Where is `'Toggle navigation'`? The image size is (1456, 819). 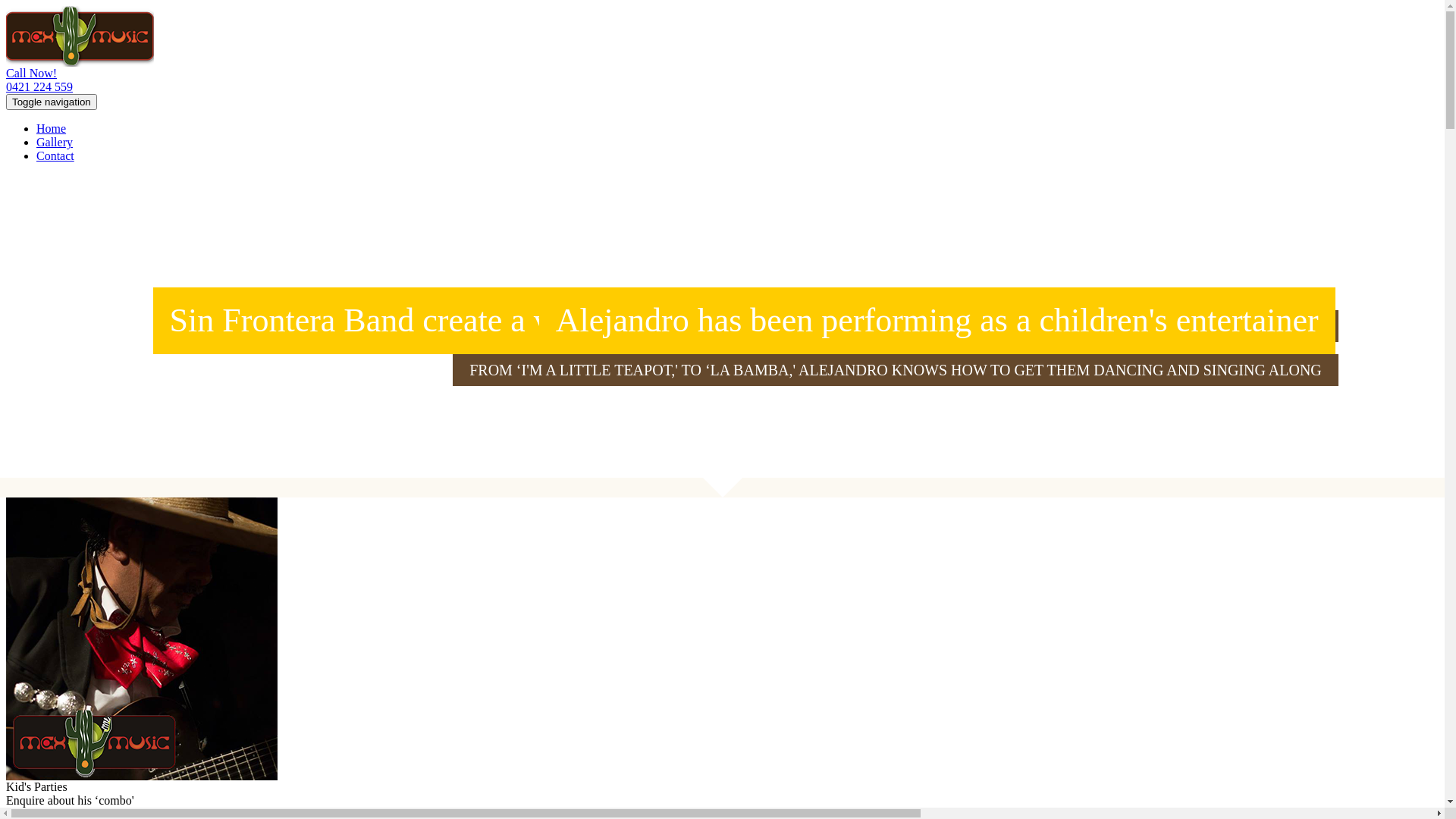
'Toggle navigation' is located at coordinates (6, 102).